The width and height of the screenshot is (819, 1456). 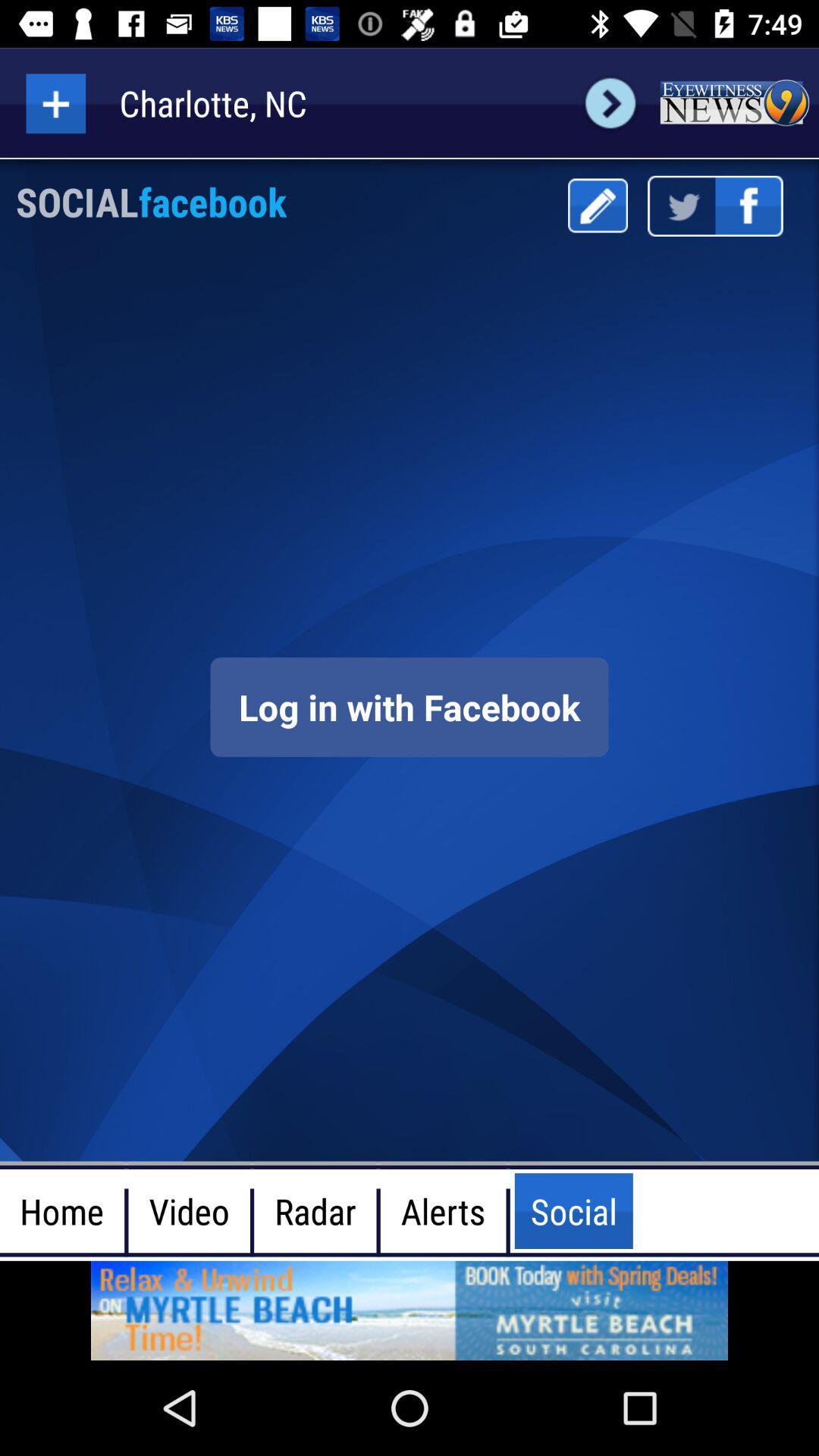 What do you see at coordinates (409, 706) in the screenshot?
I see `facebook login` at bounding box center [409, 706].